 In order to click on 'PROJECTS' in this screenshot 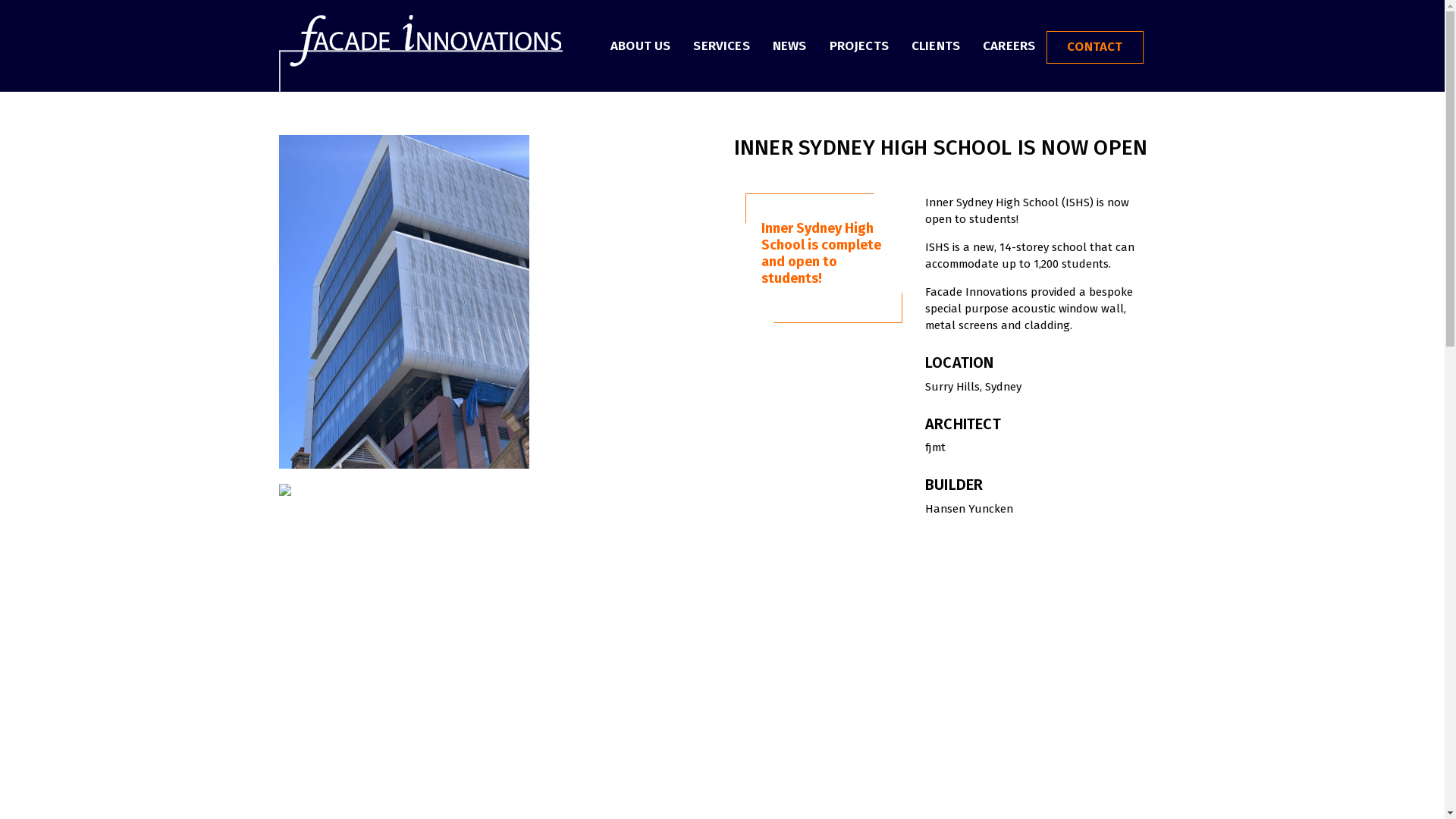, I will do `click(858, 43)`.